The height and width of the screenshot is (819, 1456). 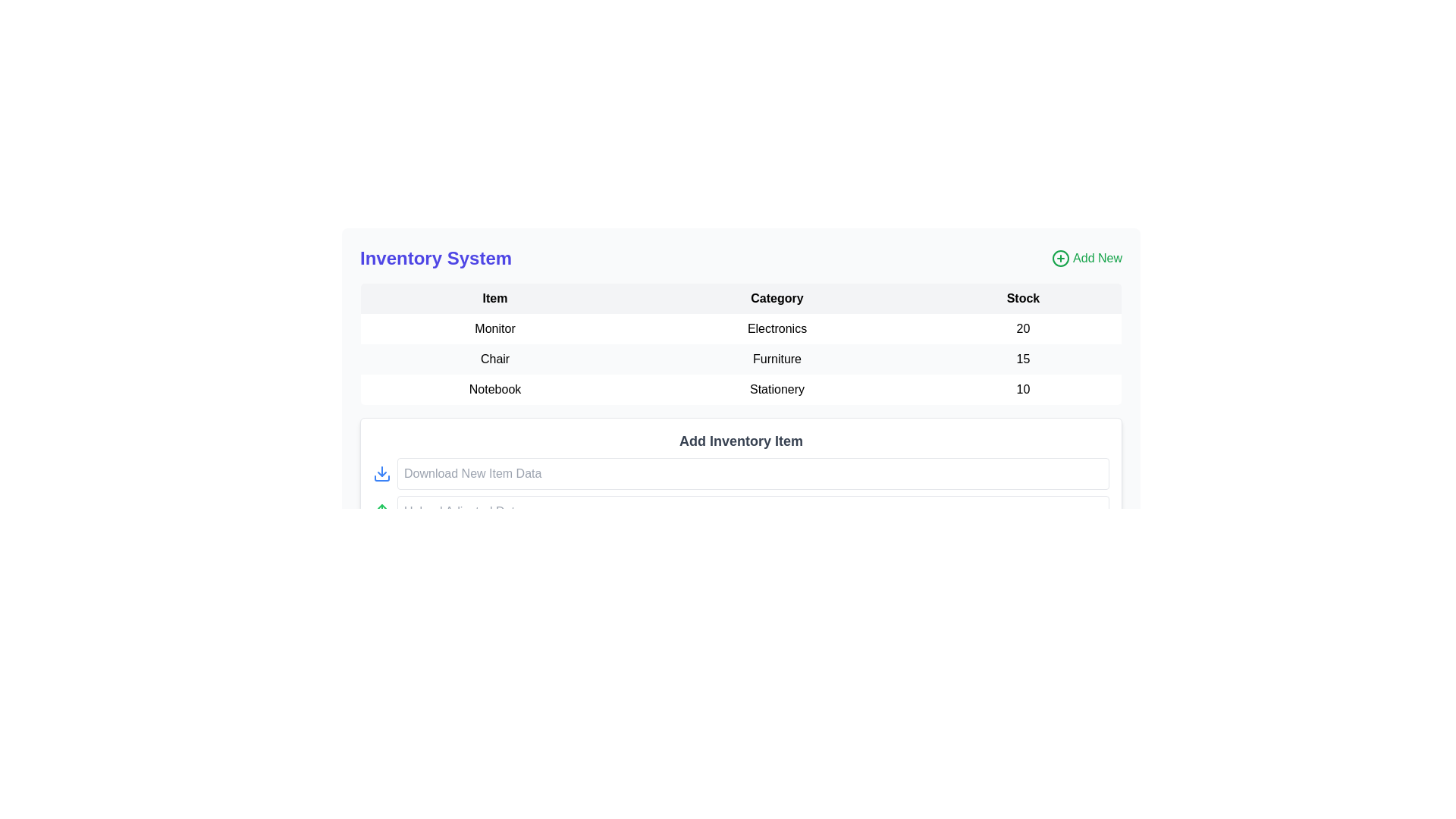 I want to click on stock quantity information displayed for the inventory item 'Notebook' in the 'Stationery' category, located in the last row of the table in the 'Stock' column, so click(x=1023, y=389).